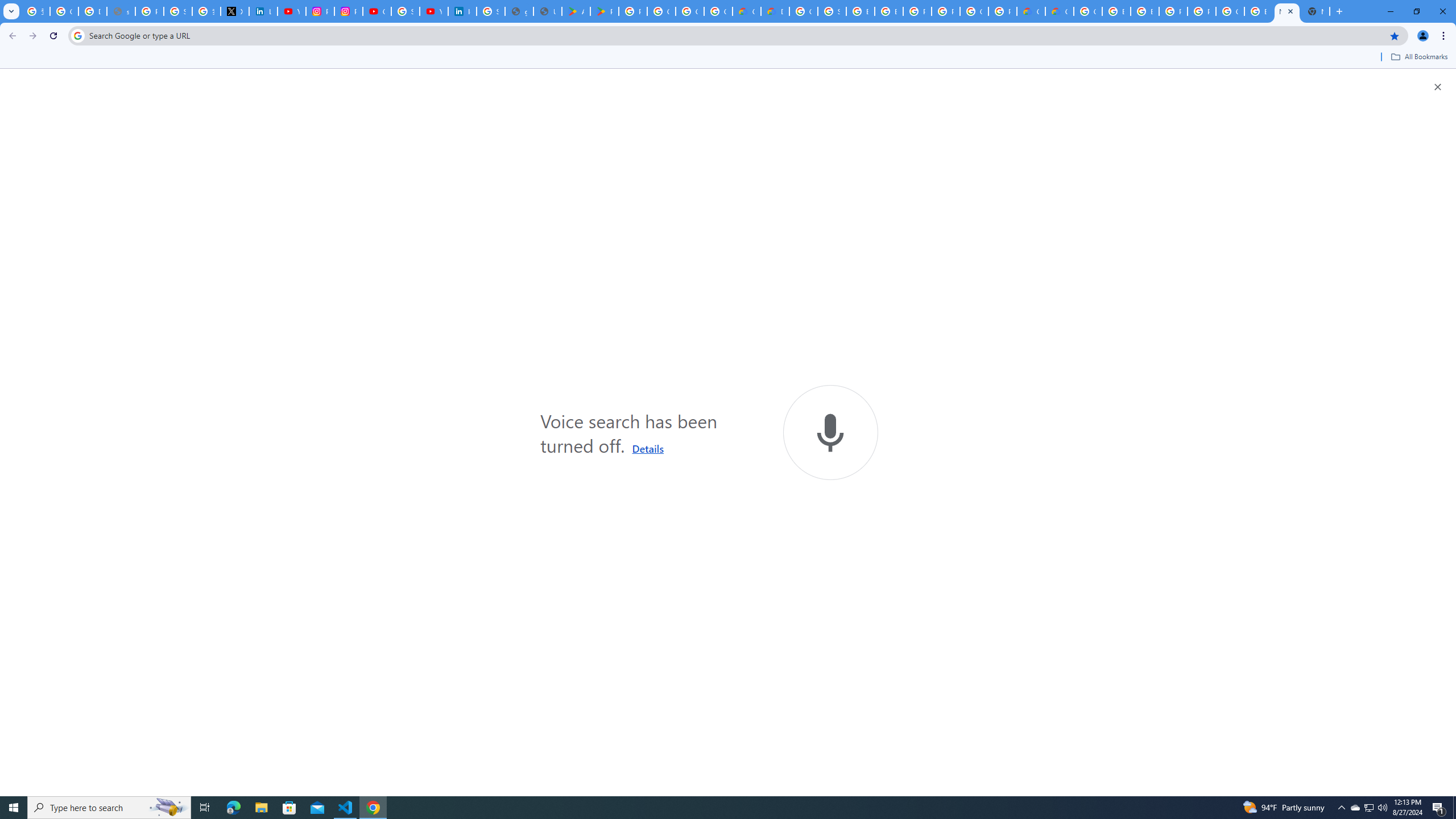 The width and height of the screenshot is (1456, 819). Describe the element at coordinates (605, 11) in the screenshot. I see `'PAW Patrol Rescue World - Apps on Google Play'` at that location.